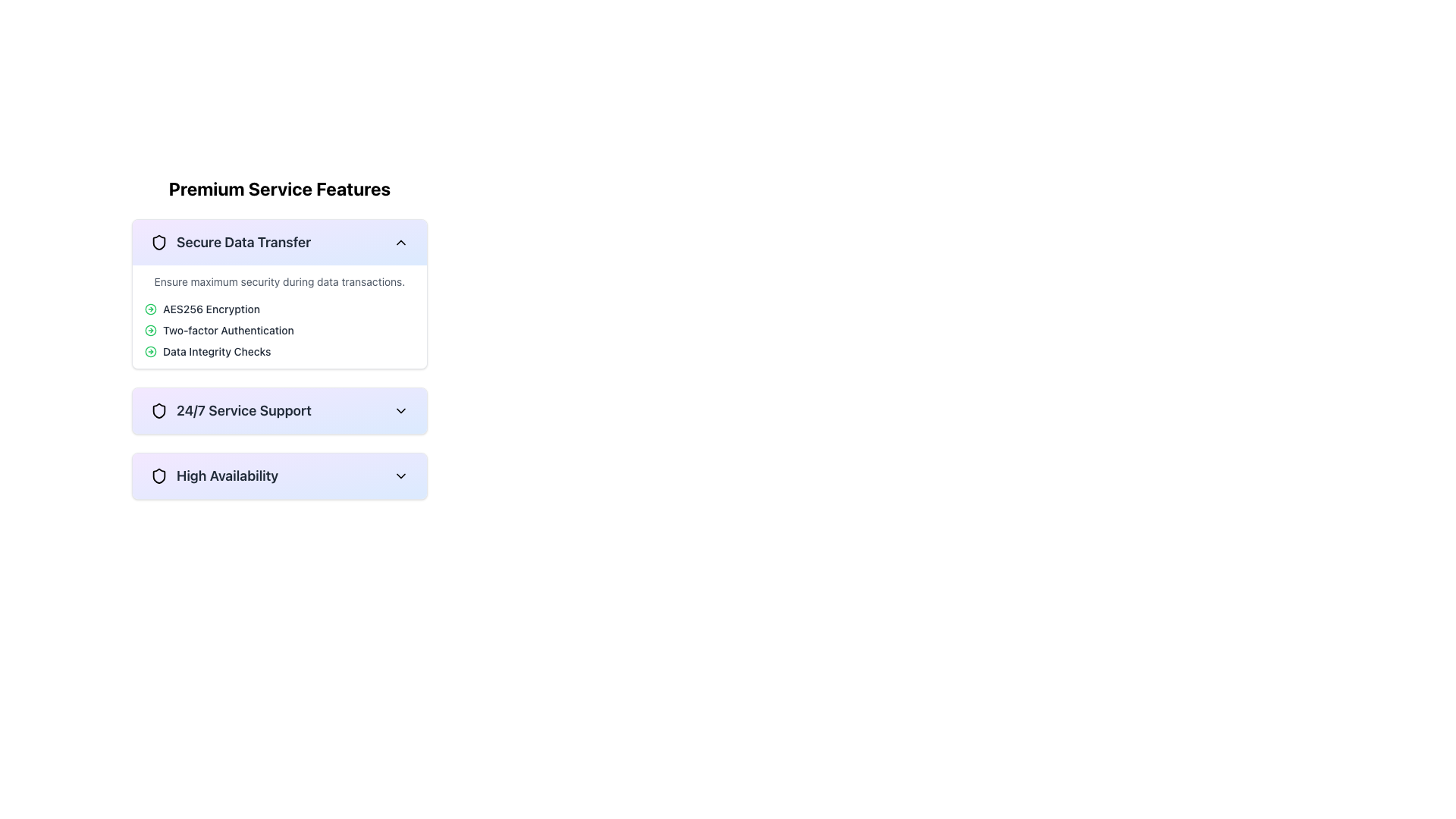 This screenshot has height=819, width=1456. I want to click on the security icon located to the far left of the 'Secure Data Transfer' text, so click(159, 242).